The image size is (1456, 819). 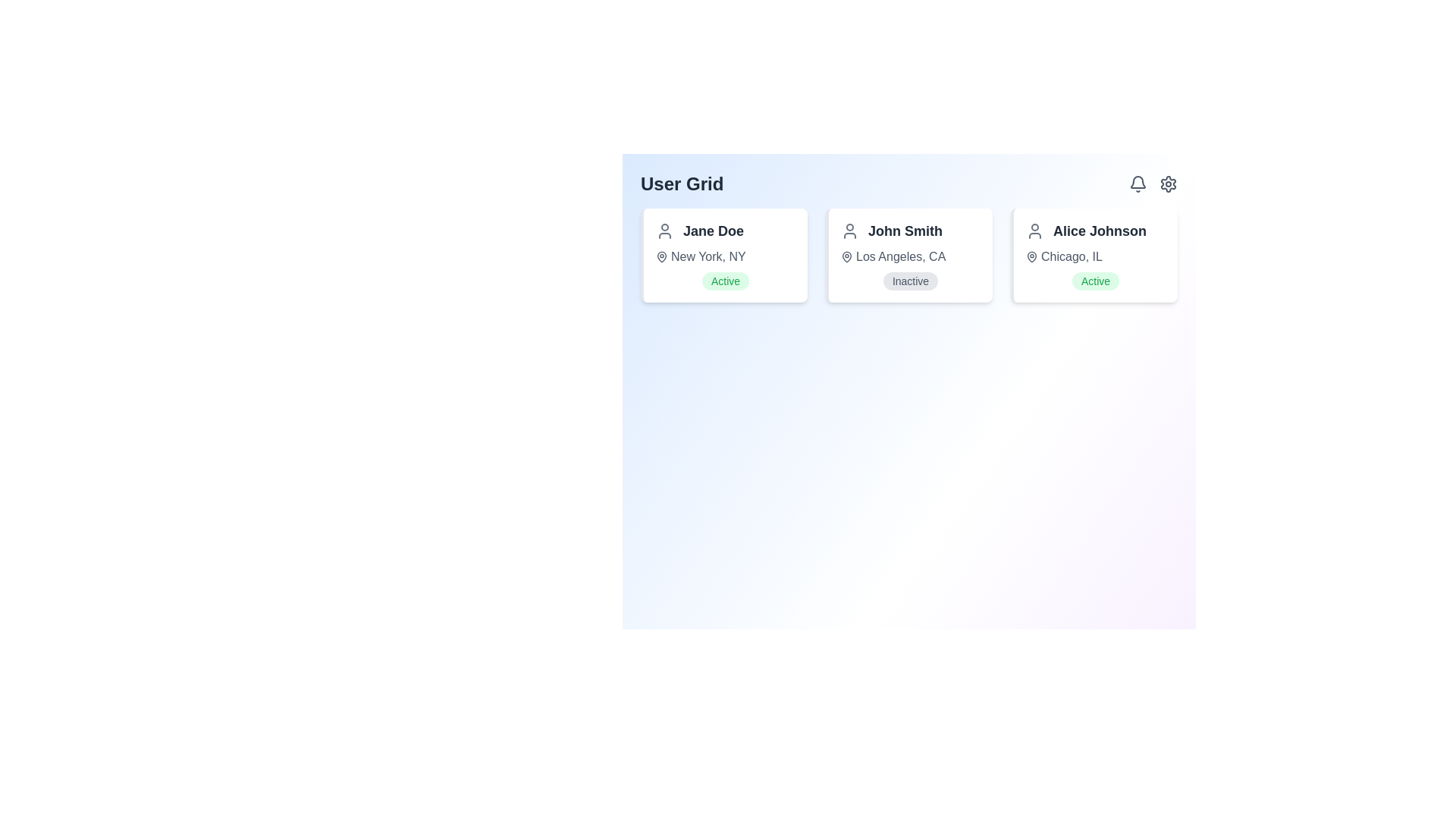 What do you see at coordinates (681, 184) in the screenshot?
I see `the static text element labeled 'User Grid', which is styled with a bold and large font size and located at the top-left corner of the user interface` at bounding box center [681, 184].